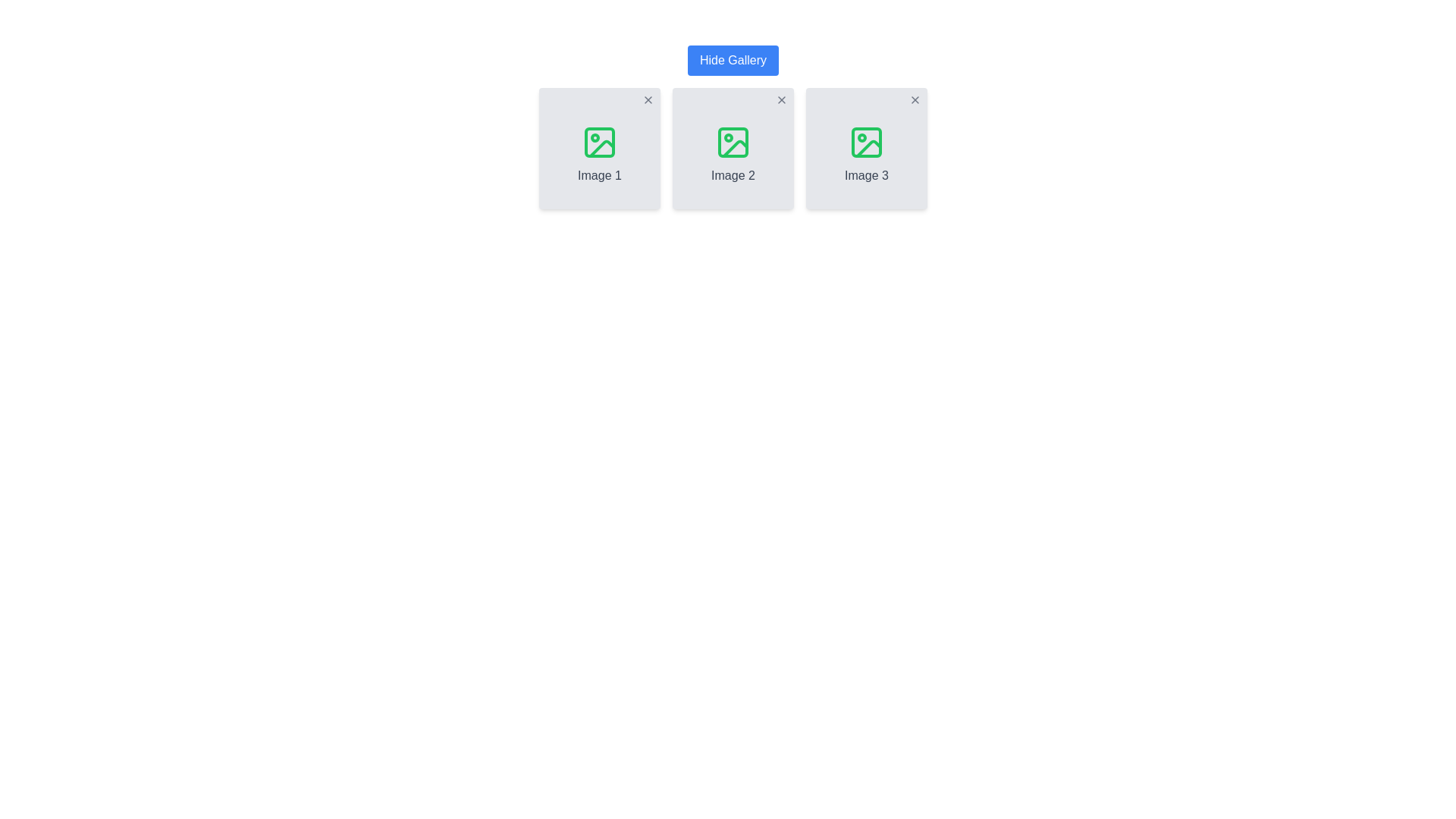 This screenshot has width=1456, height=819. I want to click on the SVG graphic icon representing an image placeholder in the first card of the gallery, positioned beneath the close button and above the 'Image 1' label, so click(599, 143).